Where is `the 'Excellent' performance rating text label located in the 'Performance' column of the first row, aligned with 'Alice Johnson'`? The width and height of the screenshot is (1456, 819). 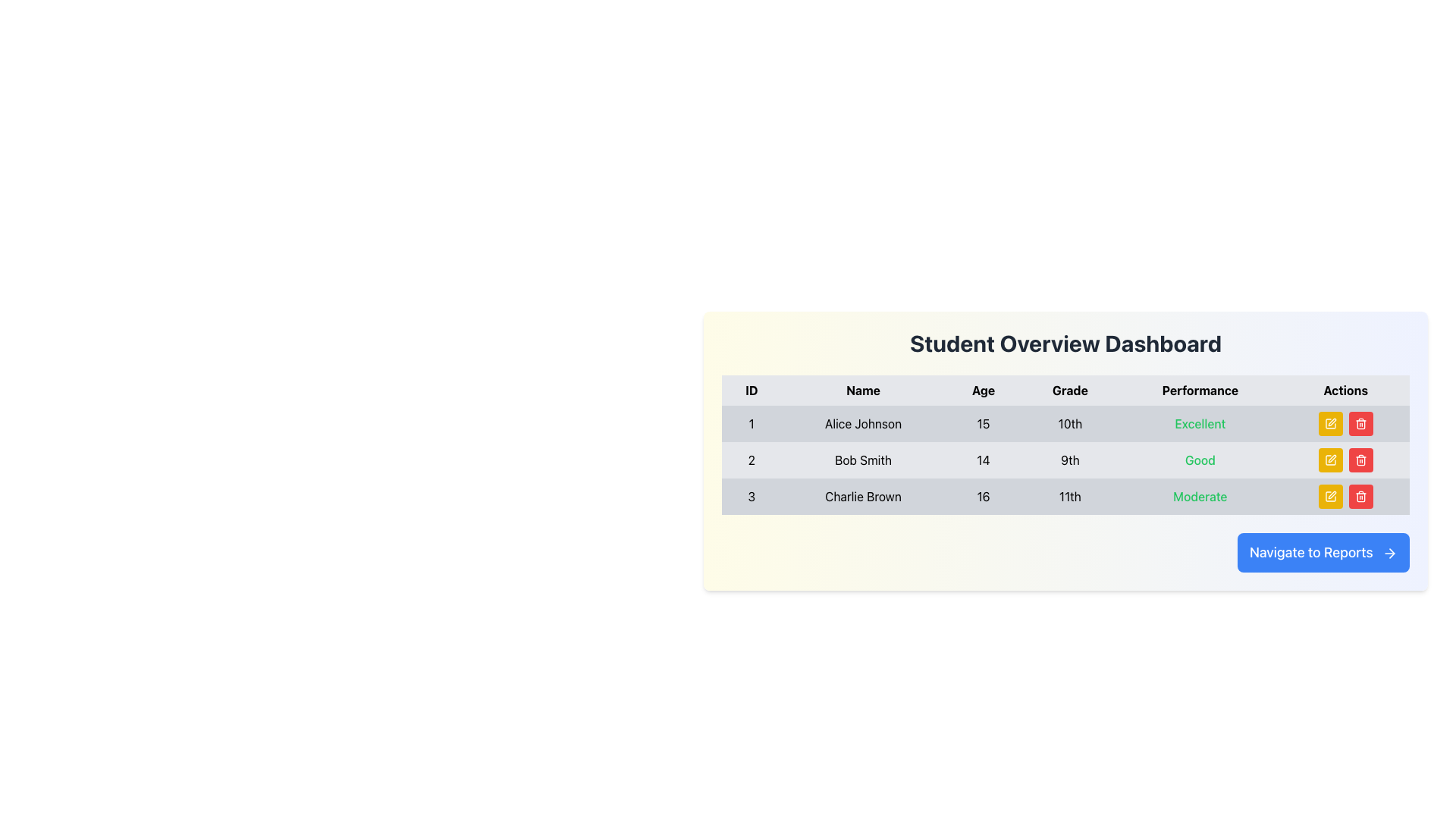
the 'Excellent' performance rating text label located in the 'Performance' column of the first row, aligned with 'Alice Johnson' is located at coordinates (1199, 424).